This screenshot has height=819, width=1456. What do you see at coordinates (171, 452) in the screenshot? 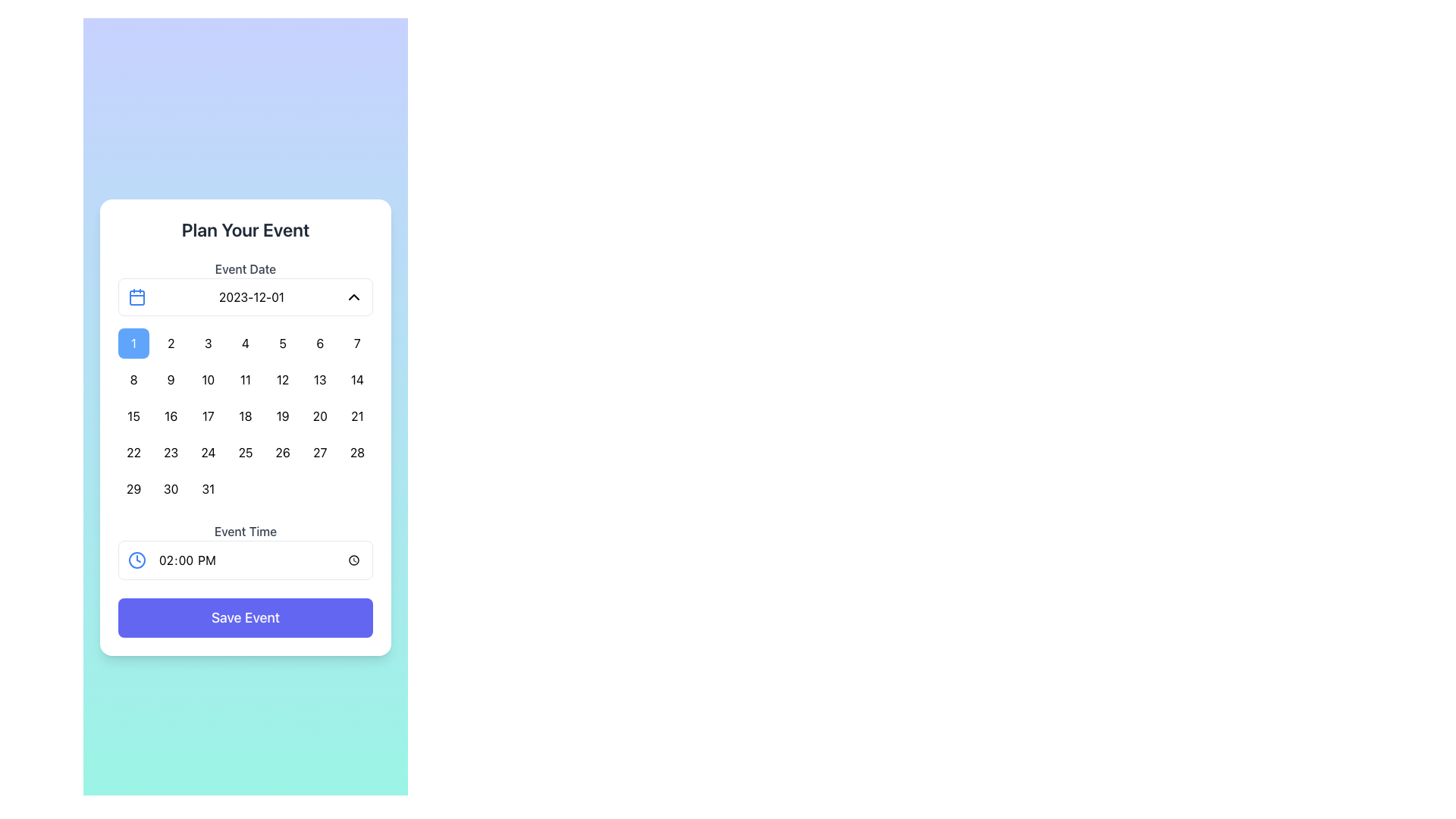
I see `the selectable day button representing the 23rd day in the date picker interface` at bounding box center [171, 452].